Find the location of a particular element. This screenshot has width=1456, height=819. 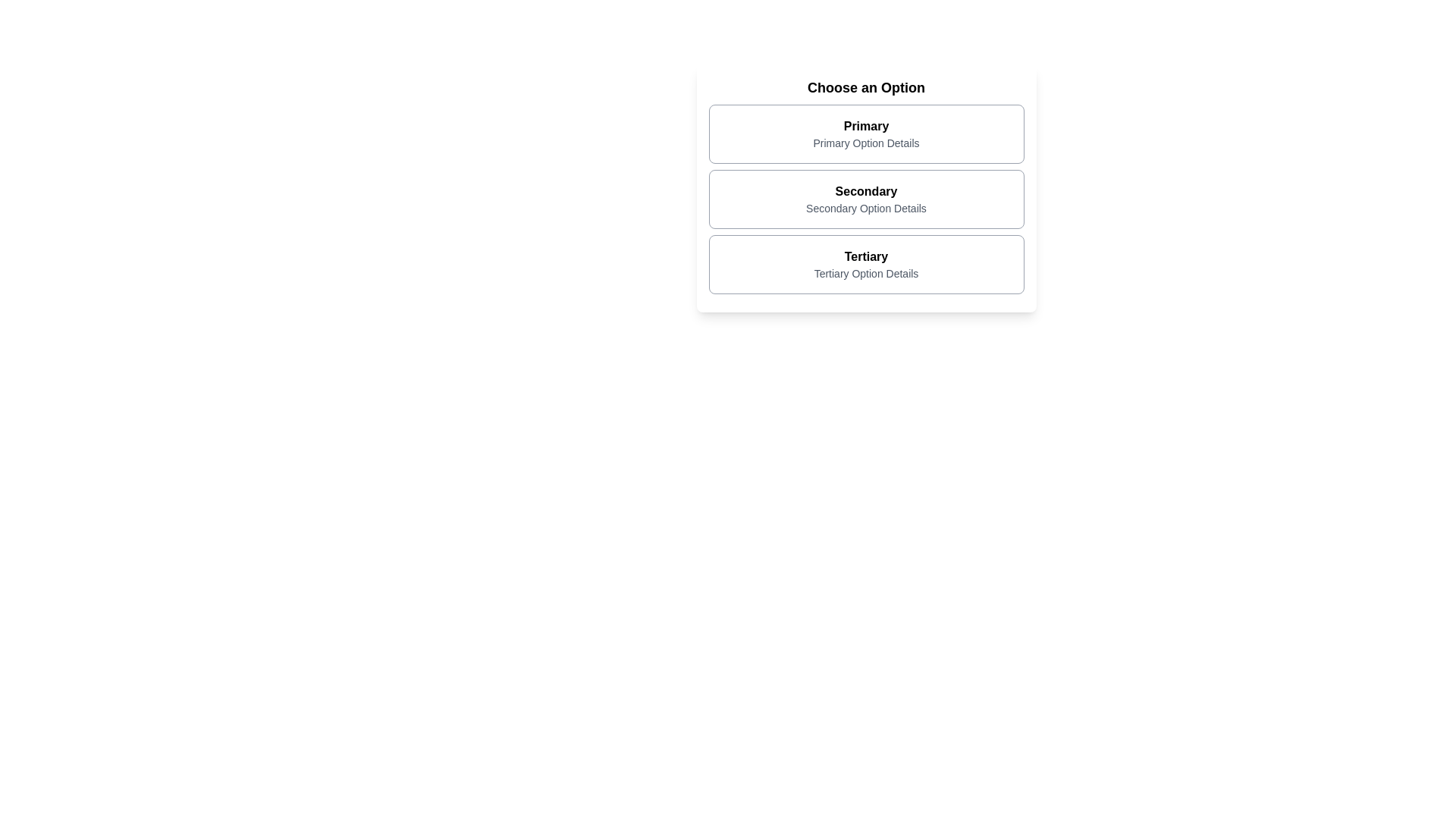

the Text Label that serves as the title for the 'Tertiary' option, which is positioned at the top of the third rectangular list item is located at coordinates (866, 256).